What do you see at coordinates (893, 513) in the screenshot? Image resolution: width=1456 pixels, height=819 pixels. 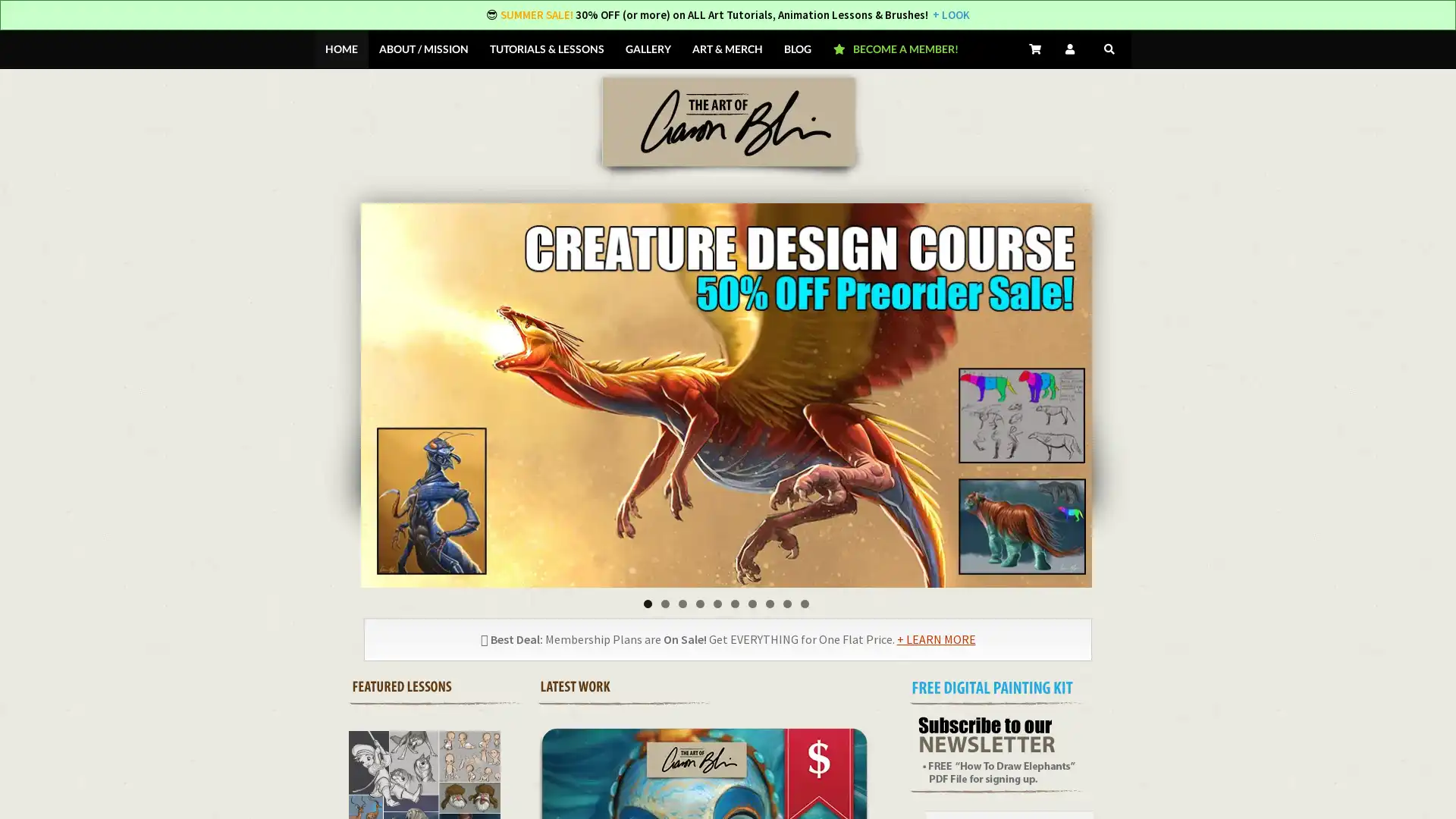 I see `SUBSCRIBE!` at bounding box center [893, 513].